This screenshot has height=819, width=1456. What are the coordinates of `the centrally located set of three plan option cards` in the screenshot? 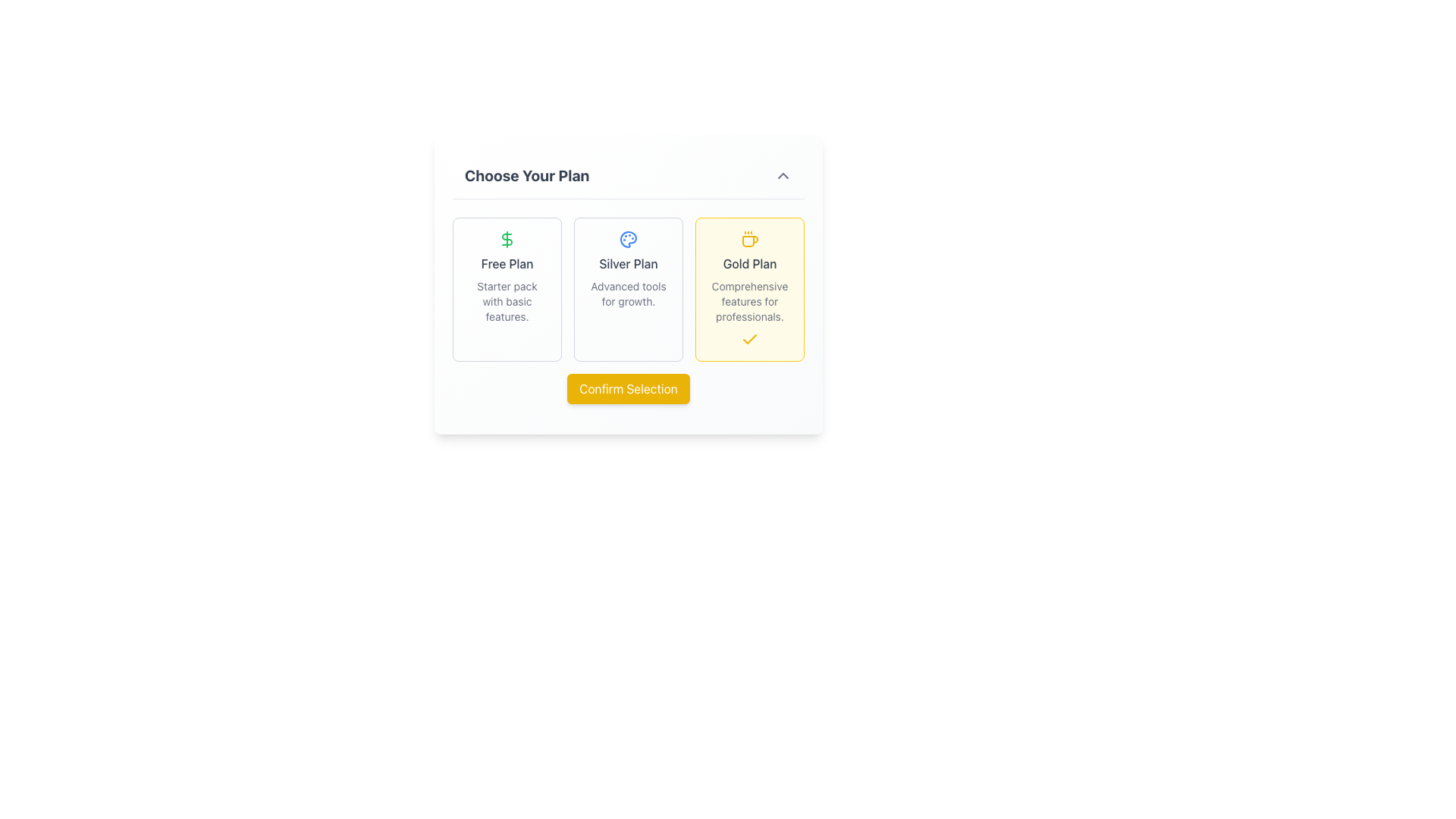 It's located at (629, 281).